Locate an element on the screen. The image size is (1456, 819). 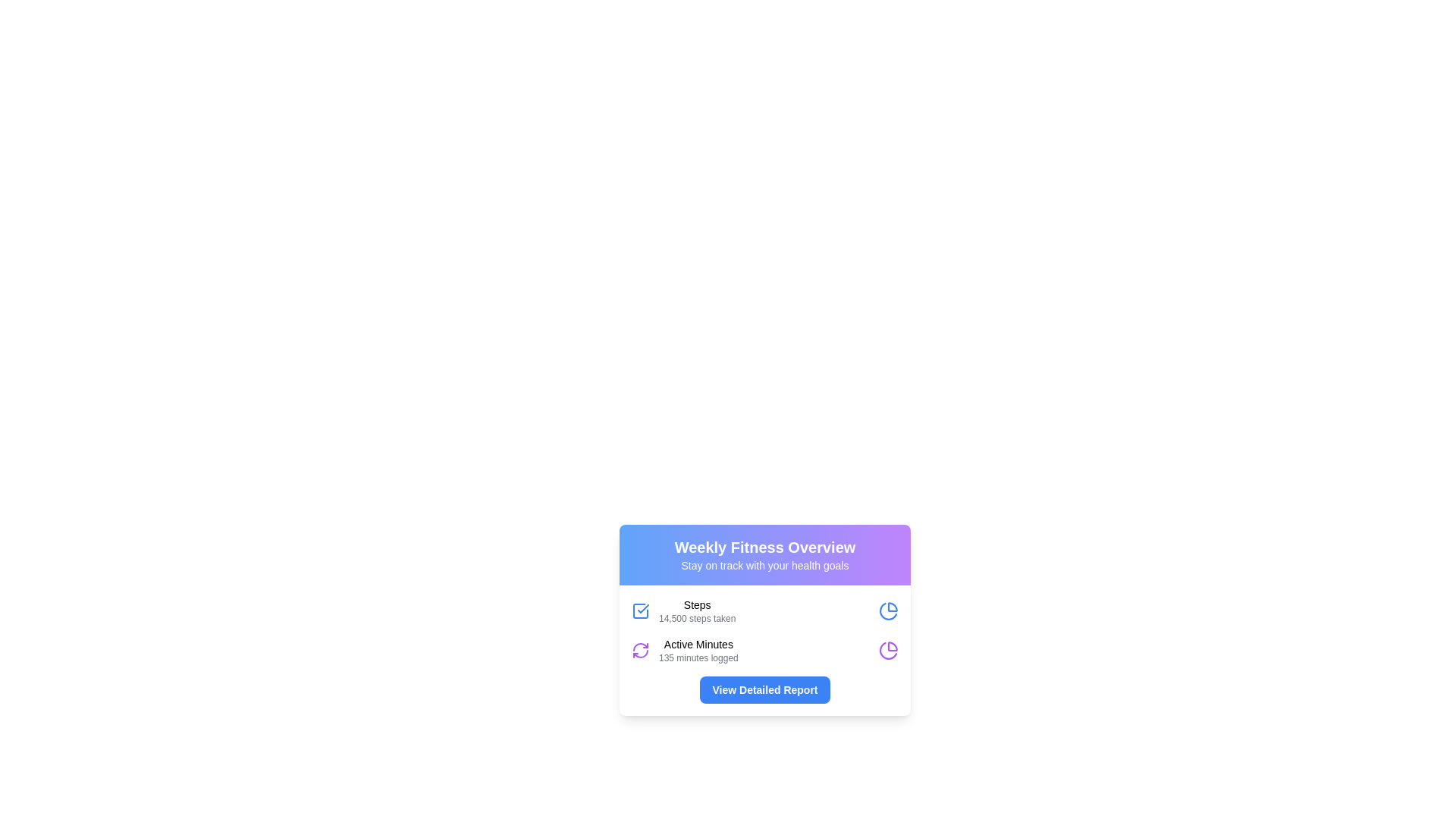
the blue pie chart icon located at the top-right corner of the 'Steps' section within the card displaying step and activity details is located at coordinates (888, 610).